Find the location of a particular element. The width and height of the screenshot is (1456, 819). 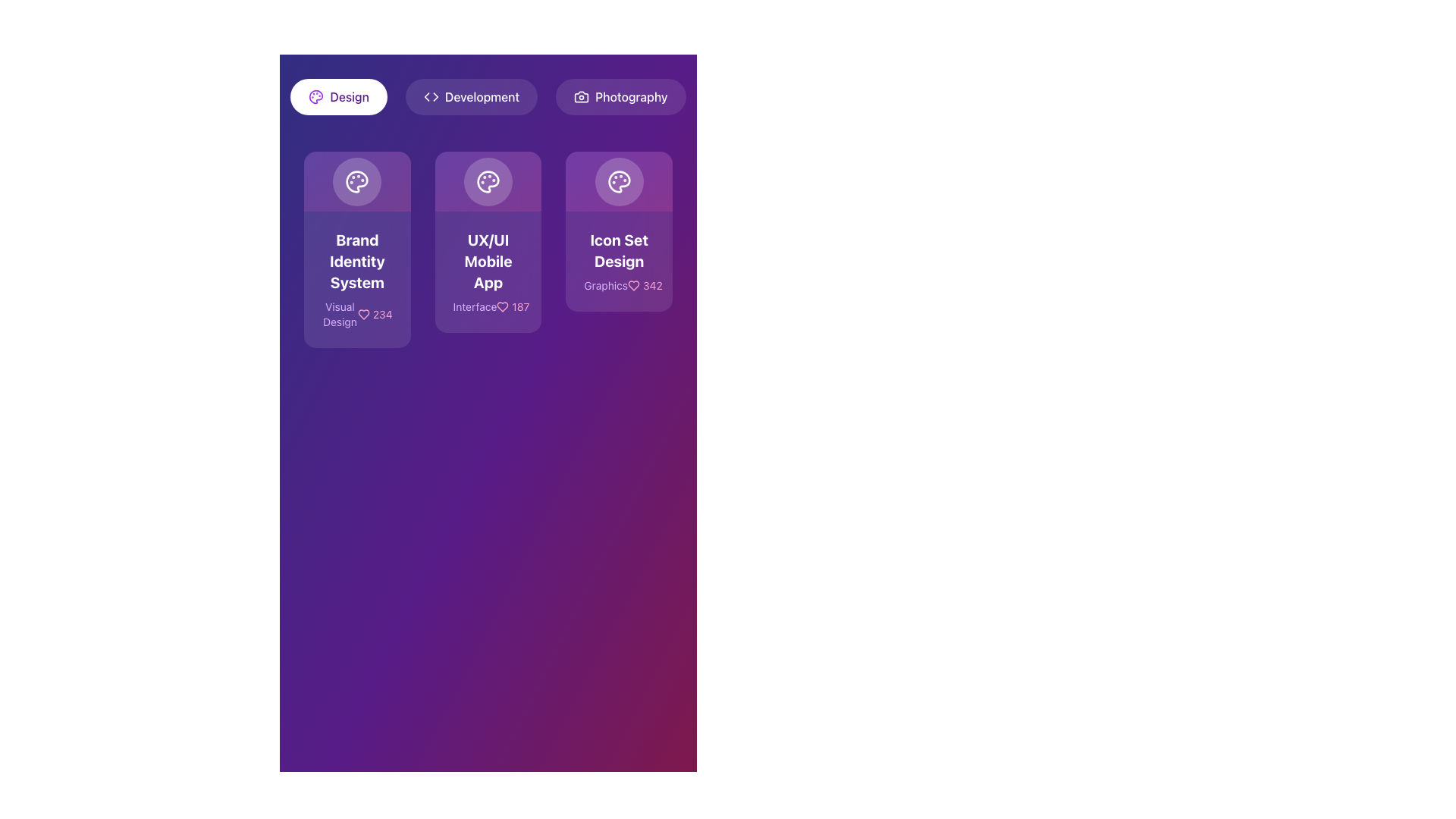

the 'Design' button, which is a pill-shaped button with white background and purple text, located to the left of the 'Development' button is located at coordinates (338, 96).